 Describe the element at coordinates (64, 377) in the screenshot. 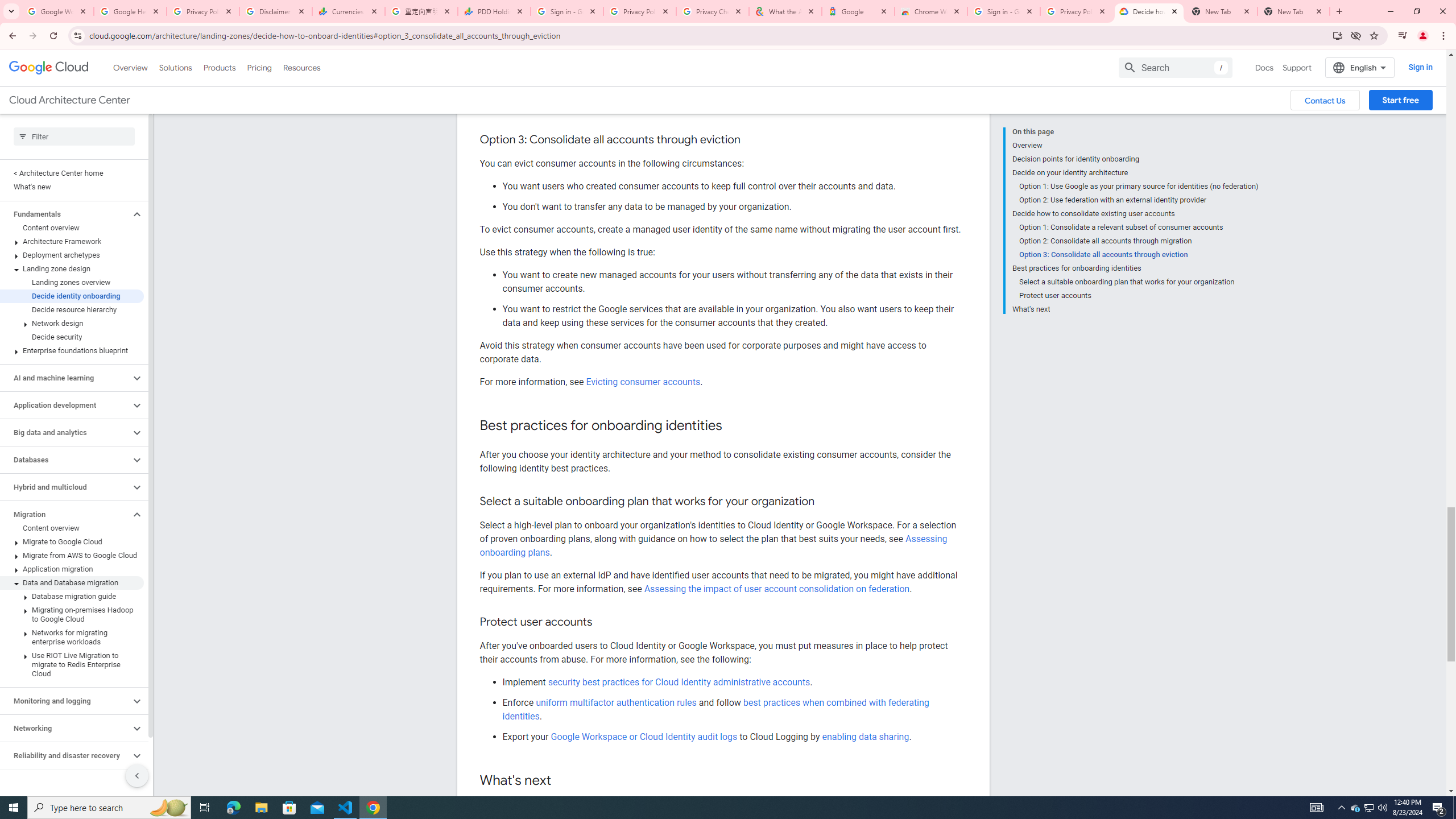

I see `'AI and machine learning'` at that location.